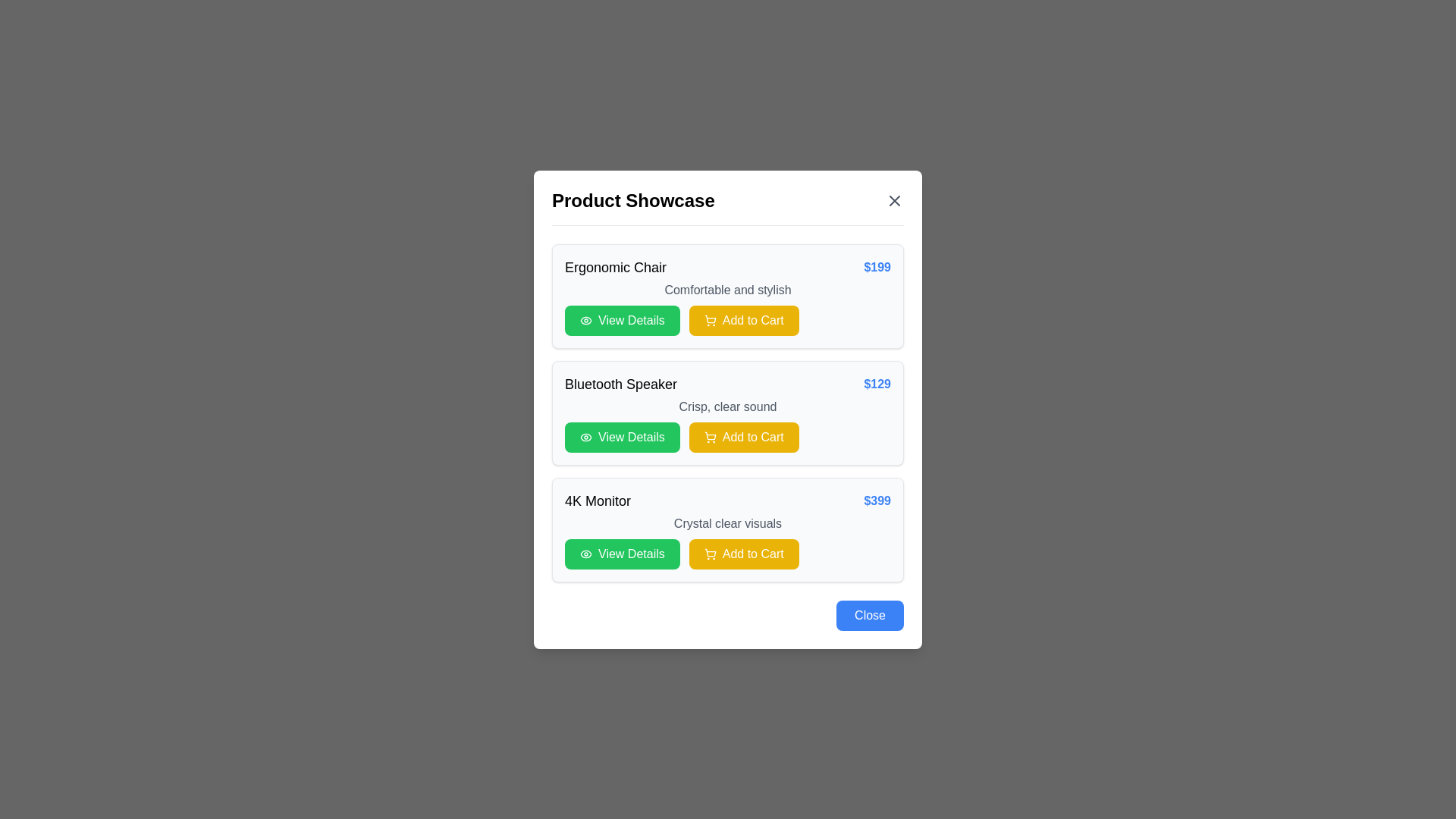 This screenshot has width=1456, height=819. Describe the element at coordinates (709, 554) in the screenshot. I see `the 'Add to Cart' icon for the 'Bluetooth Speaker' product` at that location.